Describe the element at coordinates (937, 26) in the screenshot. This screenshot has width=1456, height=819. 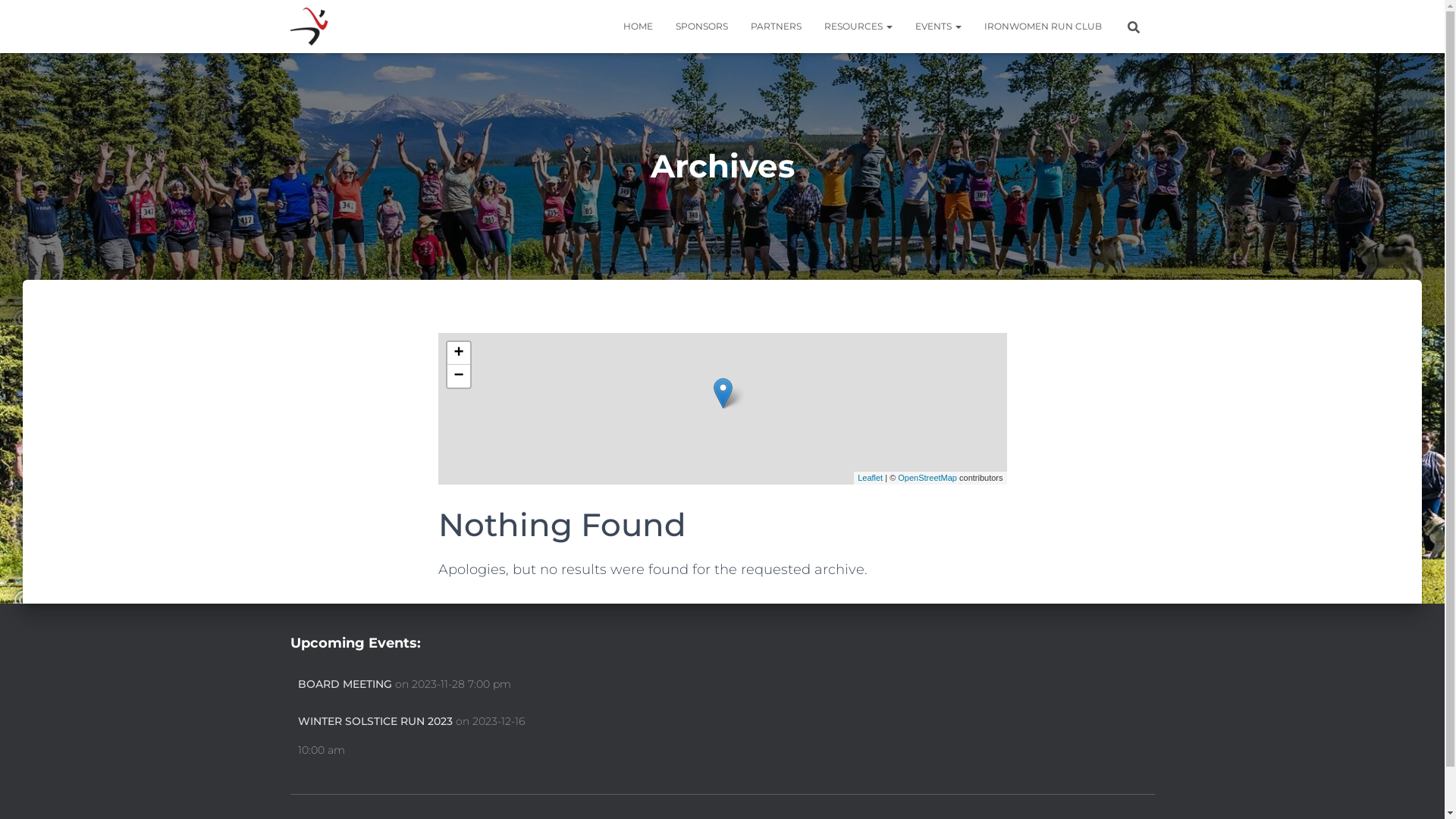
I see `'EVENTS'` at that location.